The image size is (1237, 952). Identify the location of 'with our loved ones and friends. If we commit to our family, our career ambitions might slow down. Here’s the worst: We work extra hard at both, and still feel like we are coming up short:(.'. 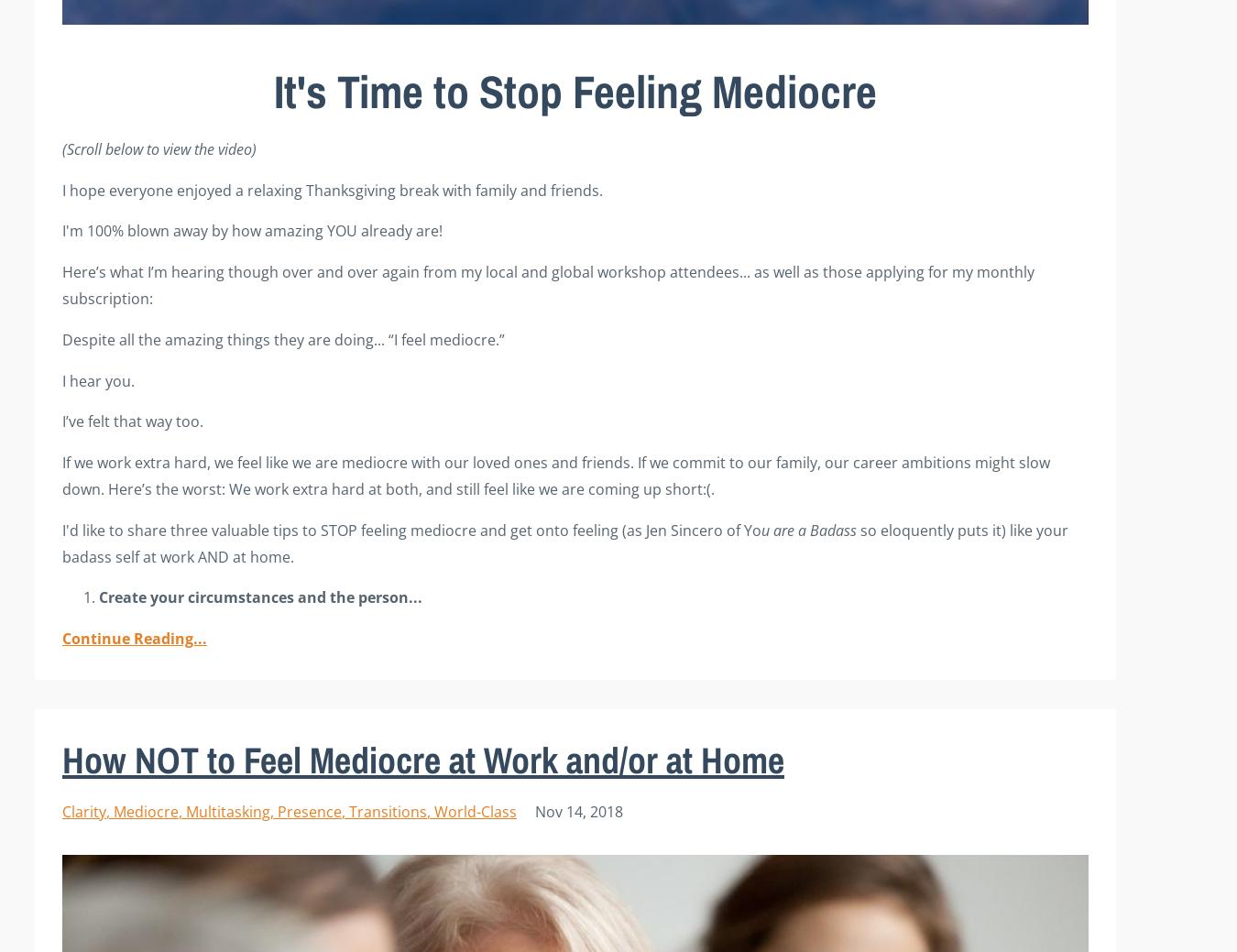
(555, 474).